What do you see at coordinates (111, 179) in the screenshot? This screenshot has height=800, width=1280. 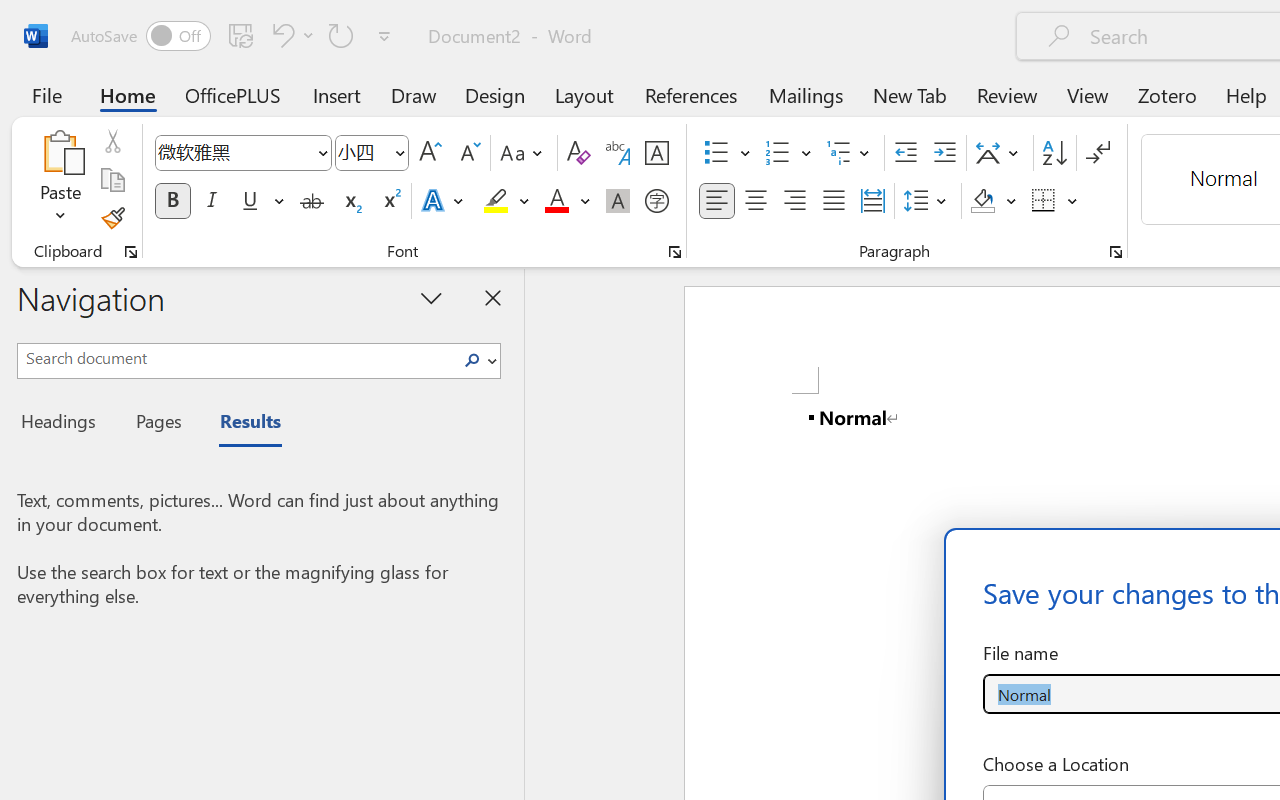 I see `'Copy'` at bounding box center [111, 179].